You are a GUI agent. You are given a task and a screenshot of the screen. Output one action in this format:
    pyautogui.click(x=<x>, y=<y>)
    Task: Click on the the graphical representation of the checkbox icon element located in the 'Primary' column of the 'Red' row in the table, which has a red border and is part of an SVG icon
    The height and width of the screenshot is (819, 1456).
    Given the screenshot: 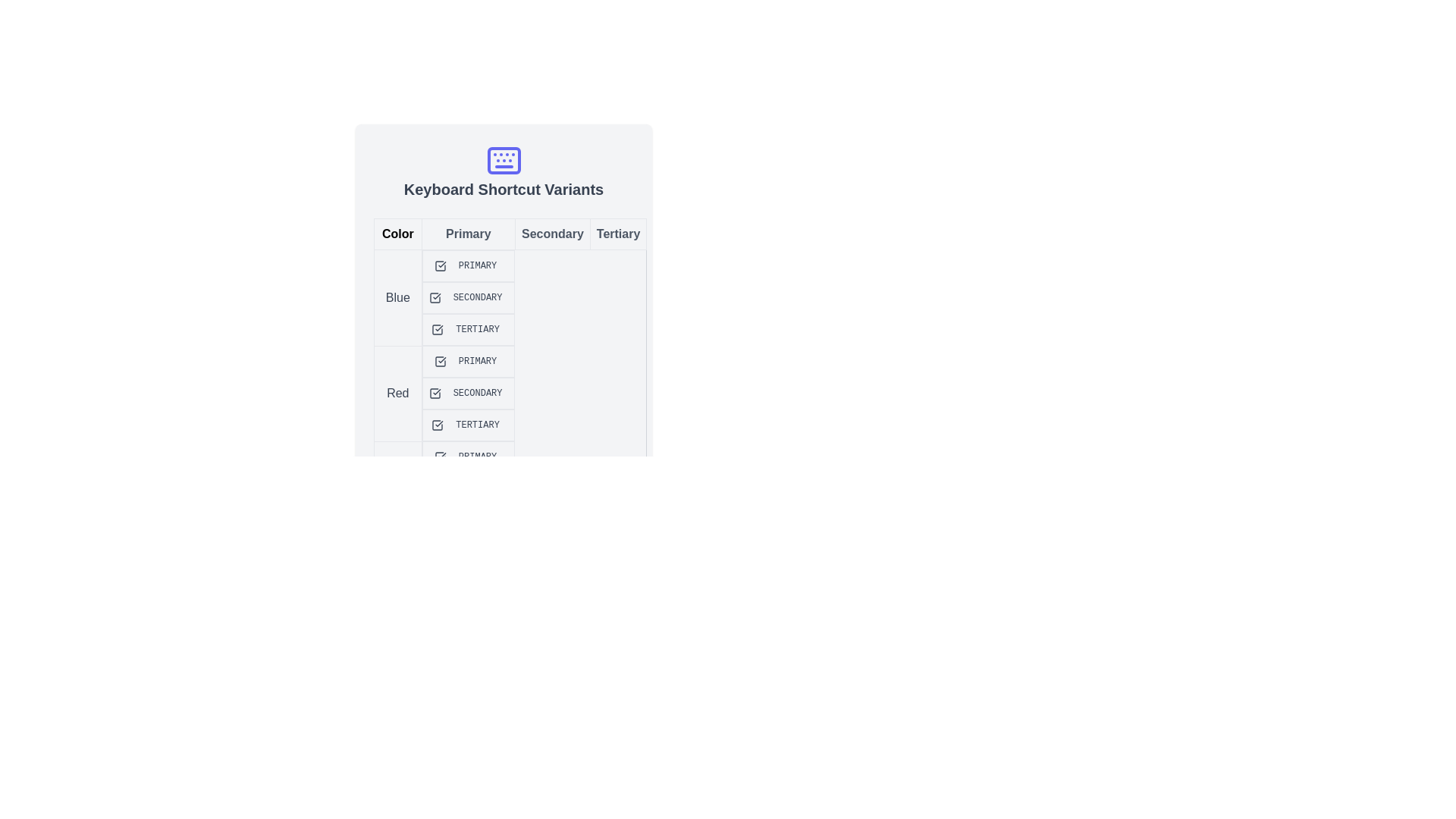 What is the action you would take?
    pyautogui.click(x=439, y=362)
    